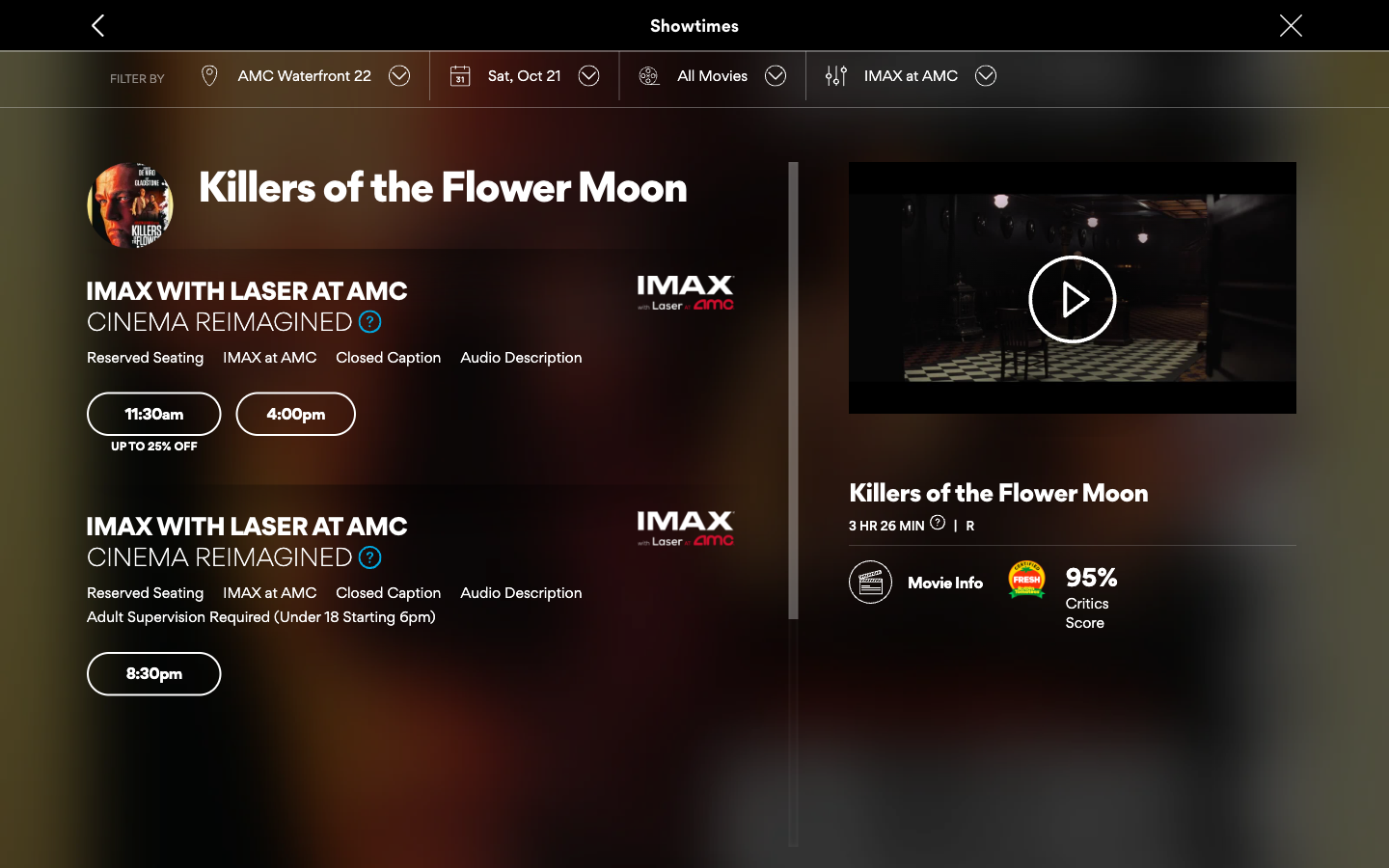 The height and width of the screenshot is (868, 1389). Describe the element at coordinates (915, 576) in the screenshot. I see `View movie details then go back` at that location.